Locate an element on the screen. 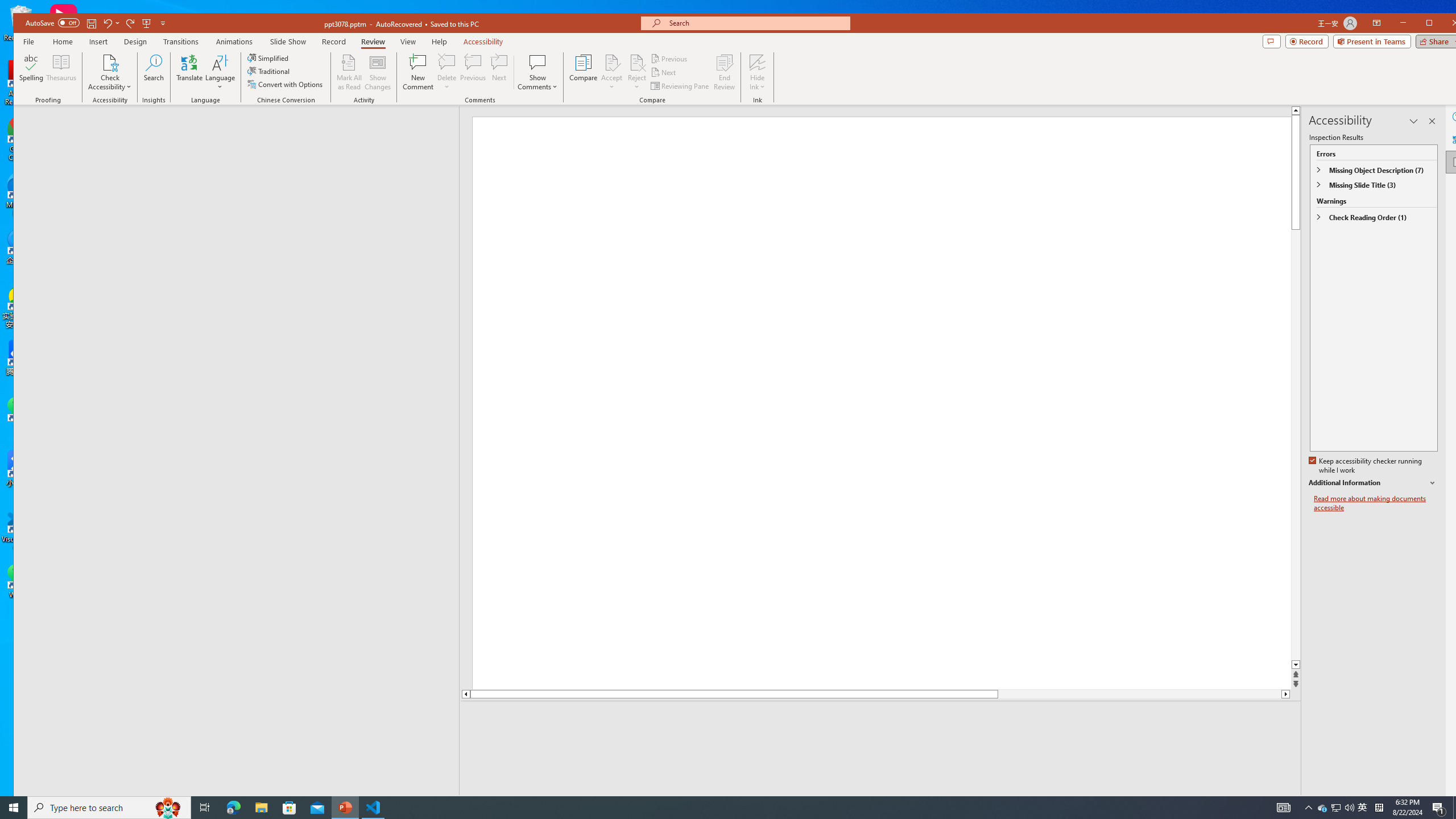 This screenshot has width=1456, height=819. 'Traditional' is located at coordinates (269, 71).